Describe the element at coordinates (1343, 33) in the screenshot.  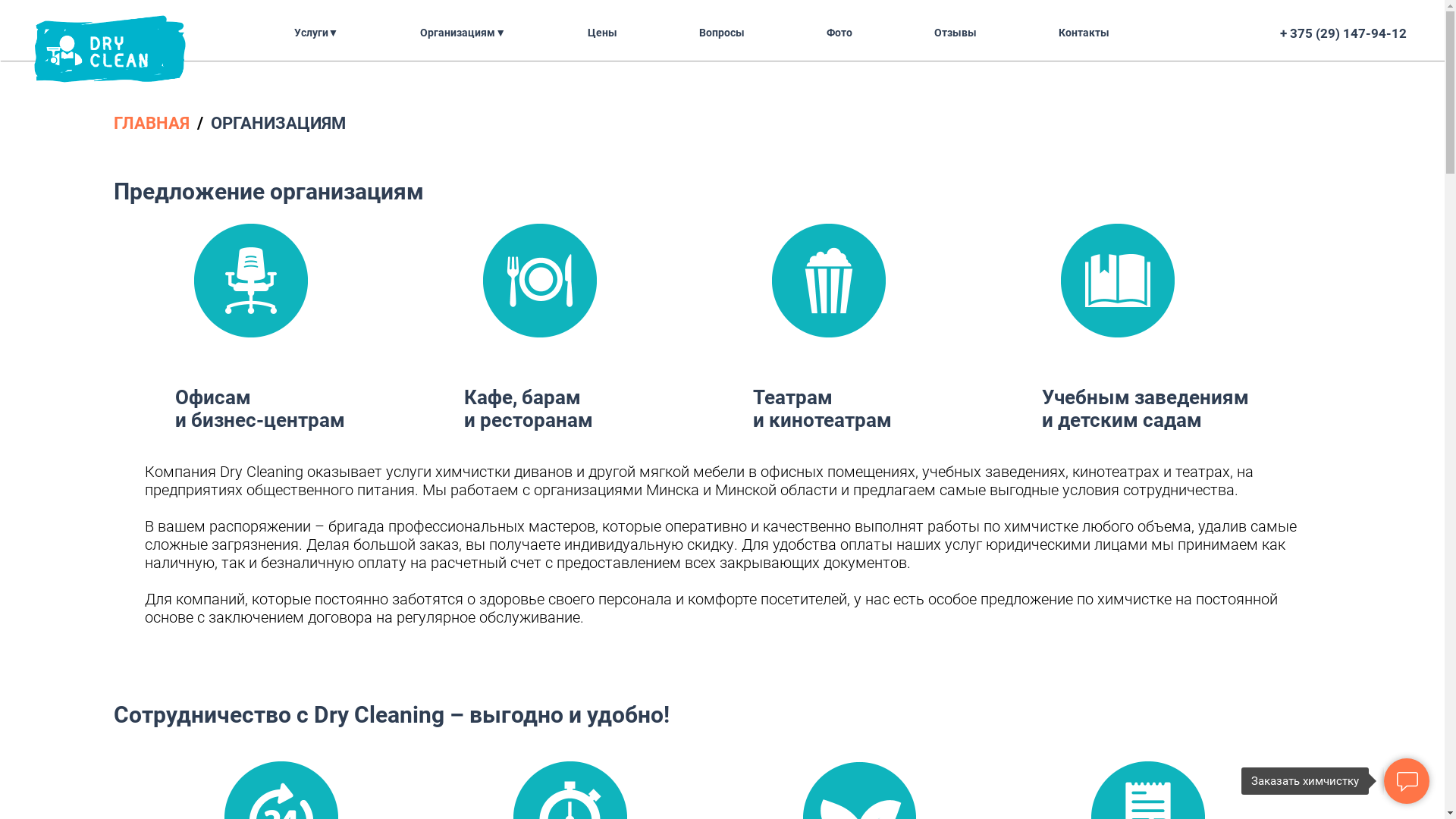
I see `'+ 375 (29) 147-94-12'` at that location.